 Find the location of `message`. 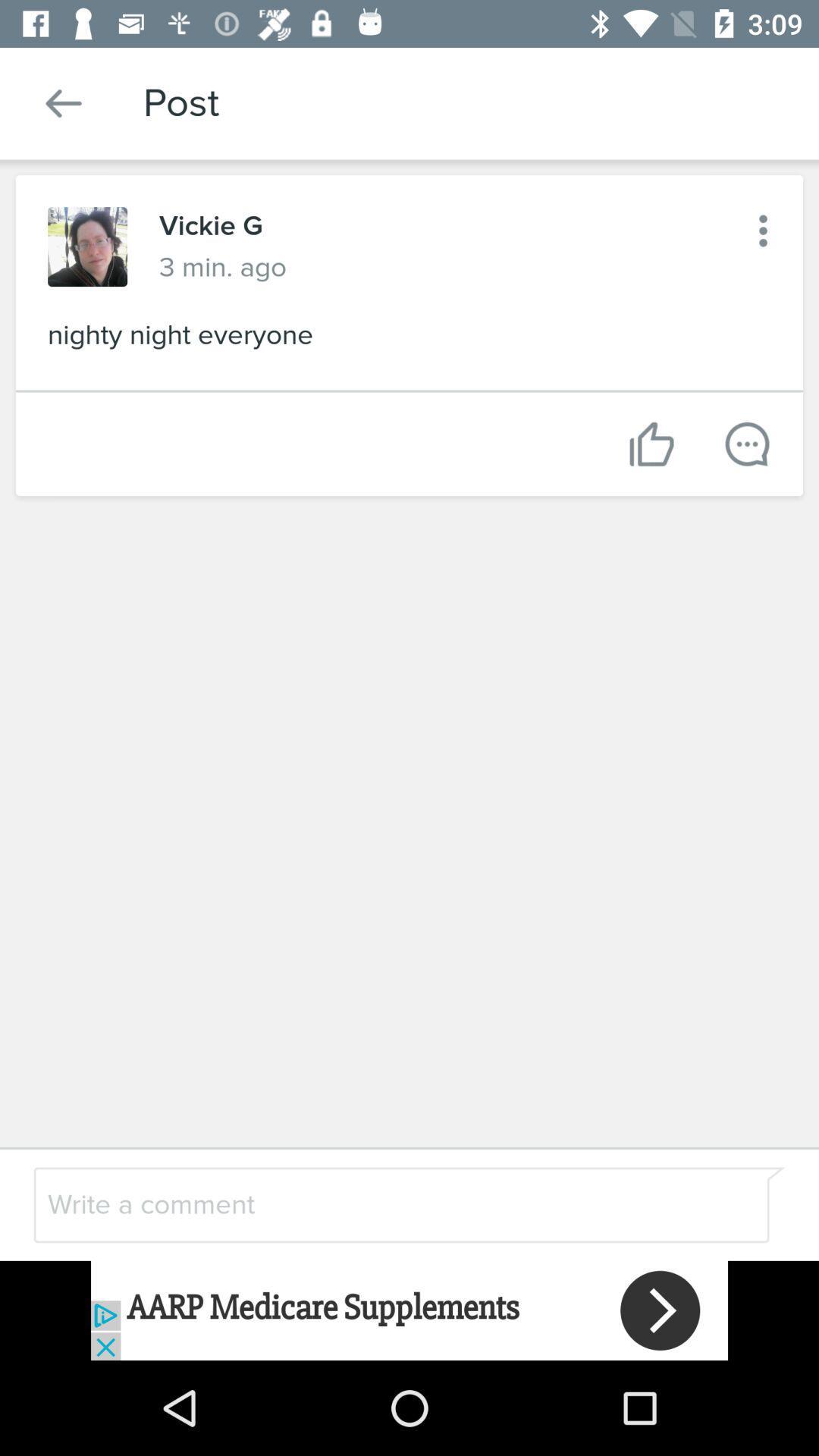

message is located at coordinates (746, 443).